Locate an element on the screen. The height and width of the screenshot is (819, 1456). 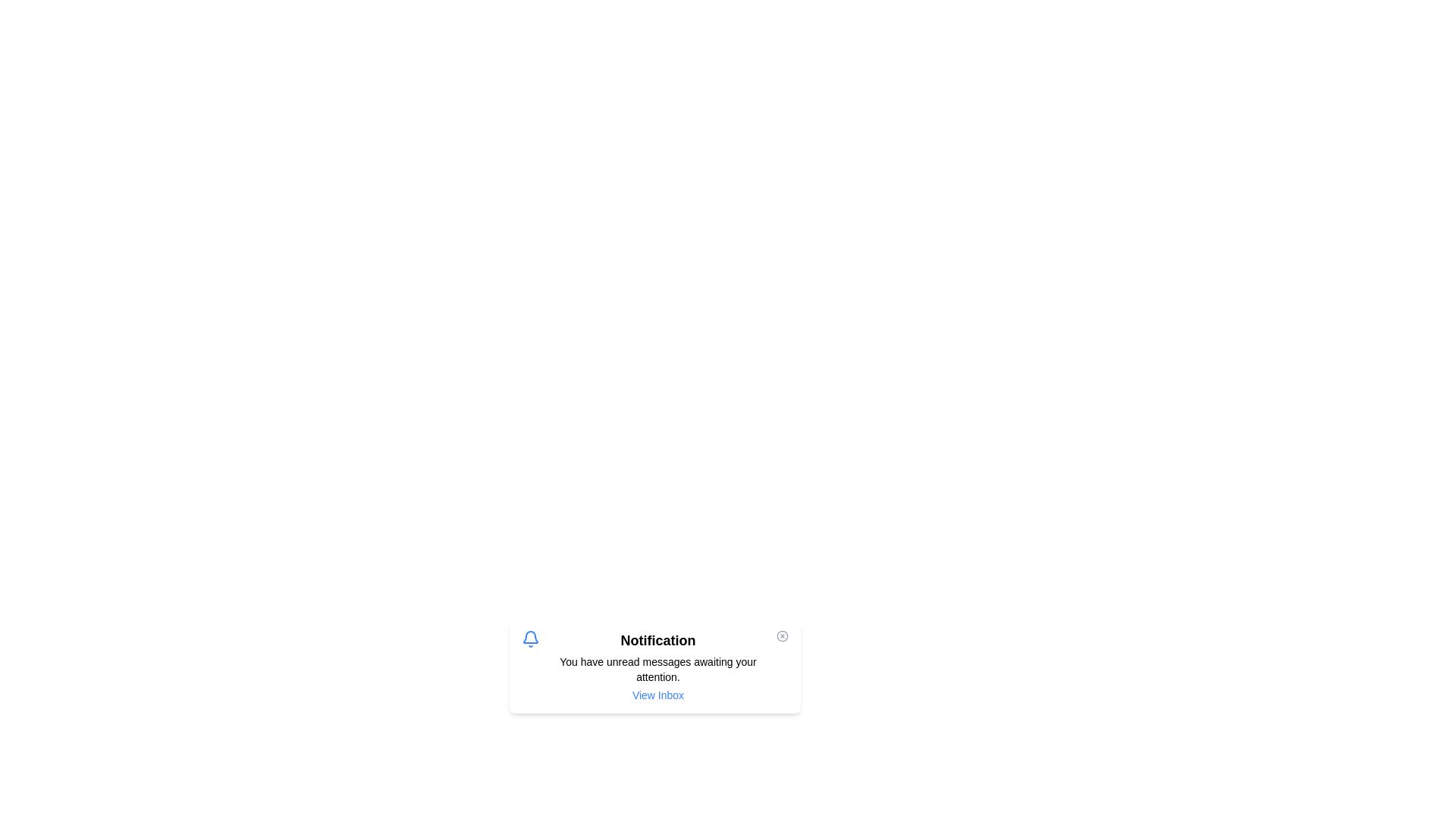
the close button located at the top-right corner of the notification box is located at coordinates (783, 636).